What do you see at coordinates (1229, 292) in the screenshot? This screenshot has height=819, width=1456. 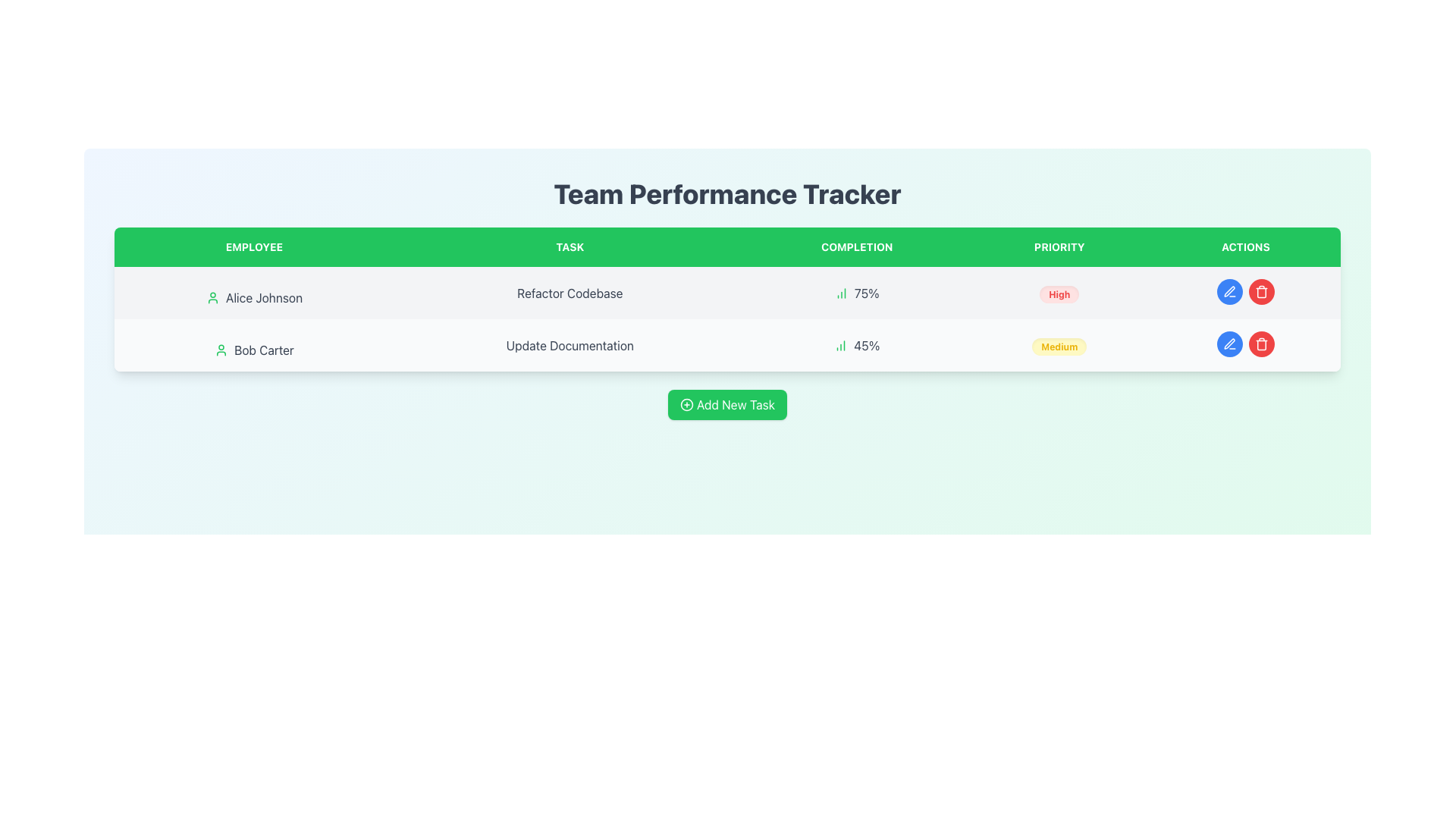 I see `the edit button for the task associated with 'Bob Carter' located in the 'Actions' column of the second row in the table` at bounding box center [1229, 292].